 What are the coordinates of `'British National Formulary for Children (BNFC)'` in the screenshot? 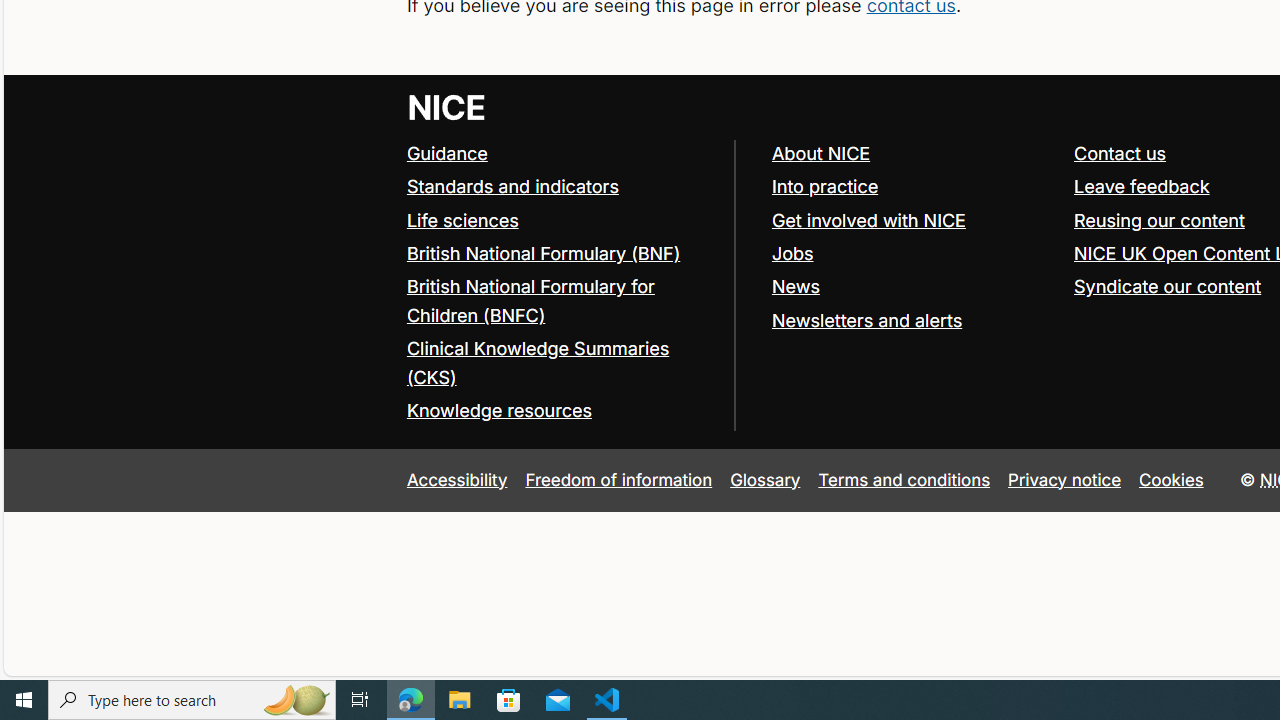 It's located at (560, 301).